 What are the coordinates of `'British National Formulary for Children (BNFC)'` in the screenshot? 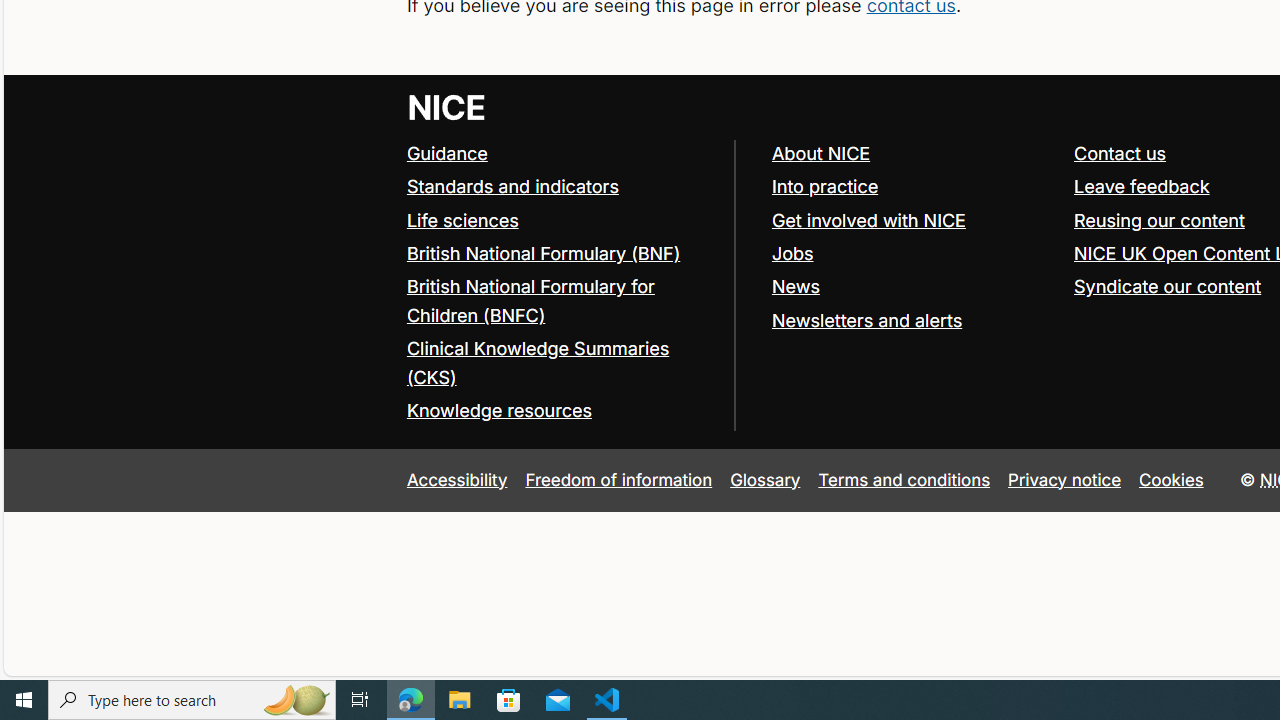 It's located at (560, 301).